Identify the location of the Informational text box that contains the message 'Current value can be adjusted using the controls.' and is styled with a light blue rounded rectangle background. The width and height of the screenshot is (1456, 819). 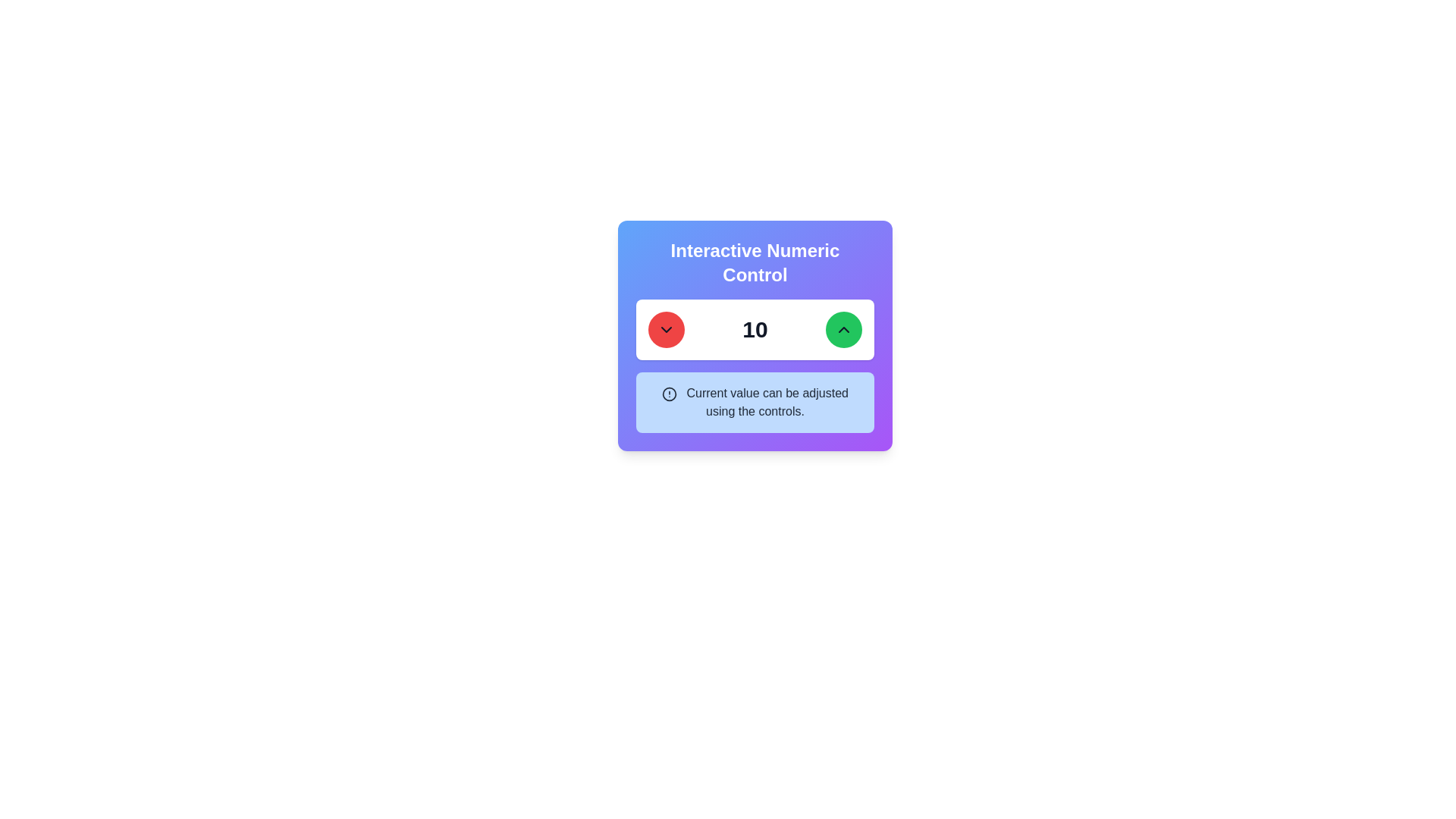
(755, 402).